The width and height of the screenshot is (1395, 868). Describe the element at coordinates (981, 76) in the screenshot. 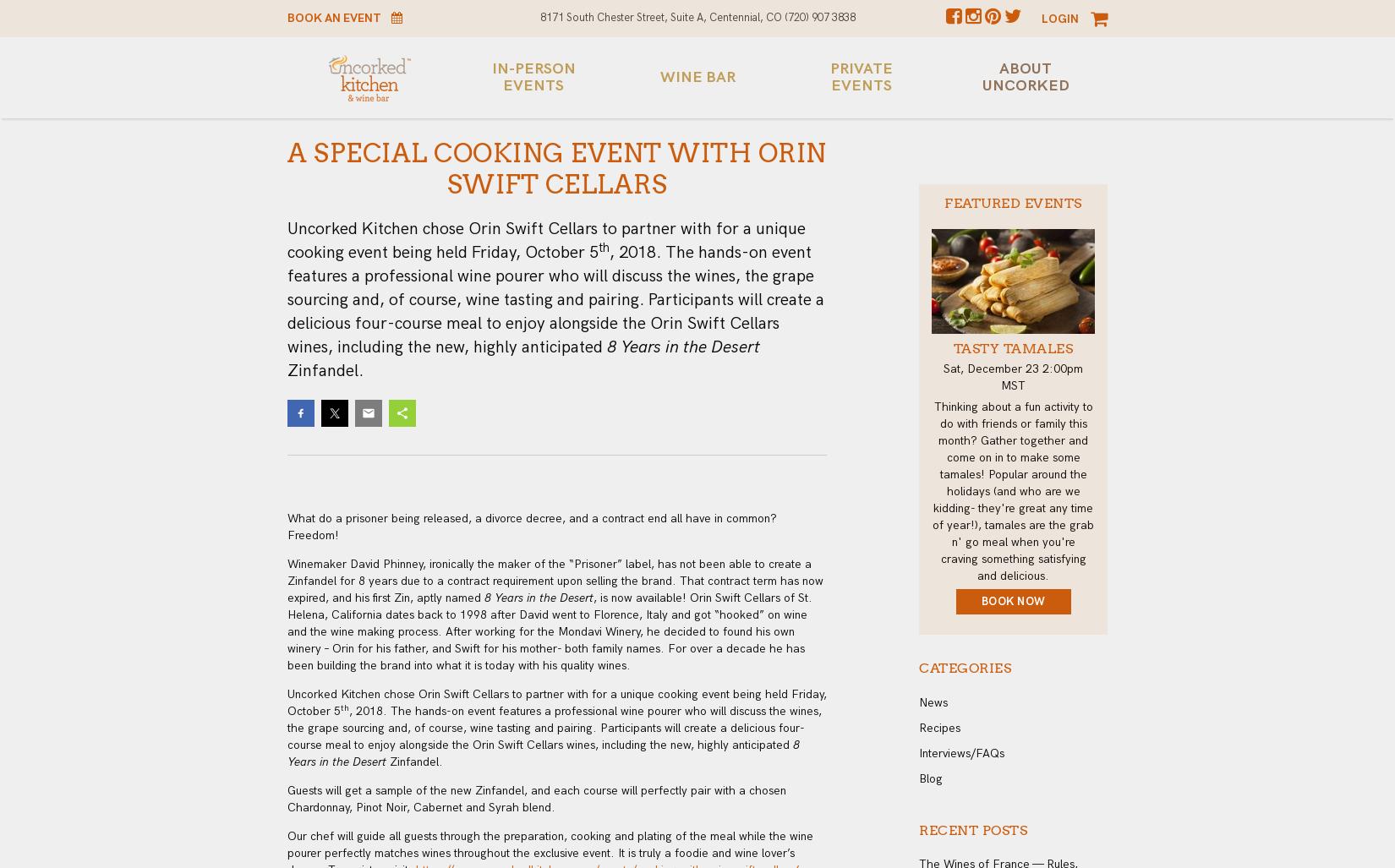

I see `'About Uncorked'` at that location.